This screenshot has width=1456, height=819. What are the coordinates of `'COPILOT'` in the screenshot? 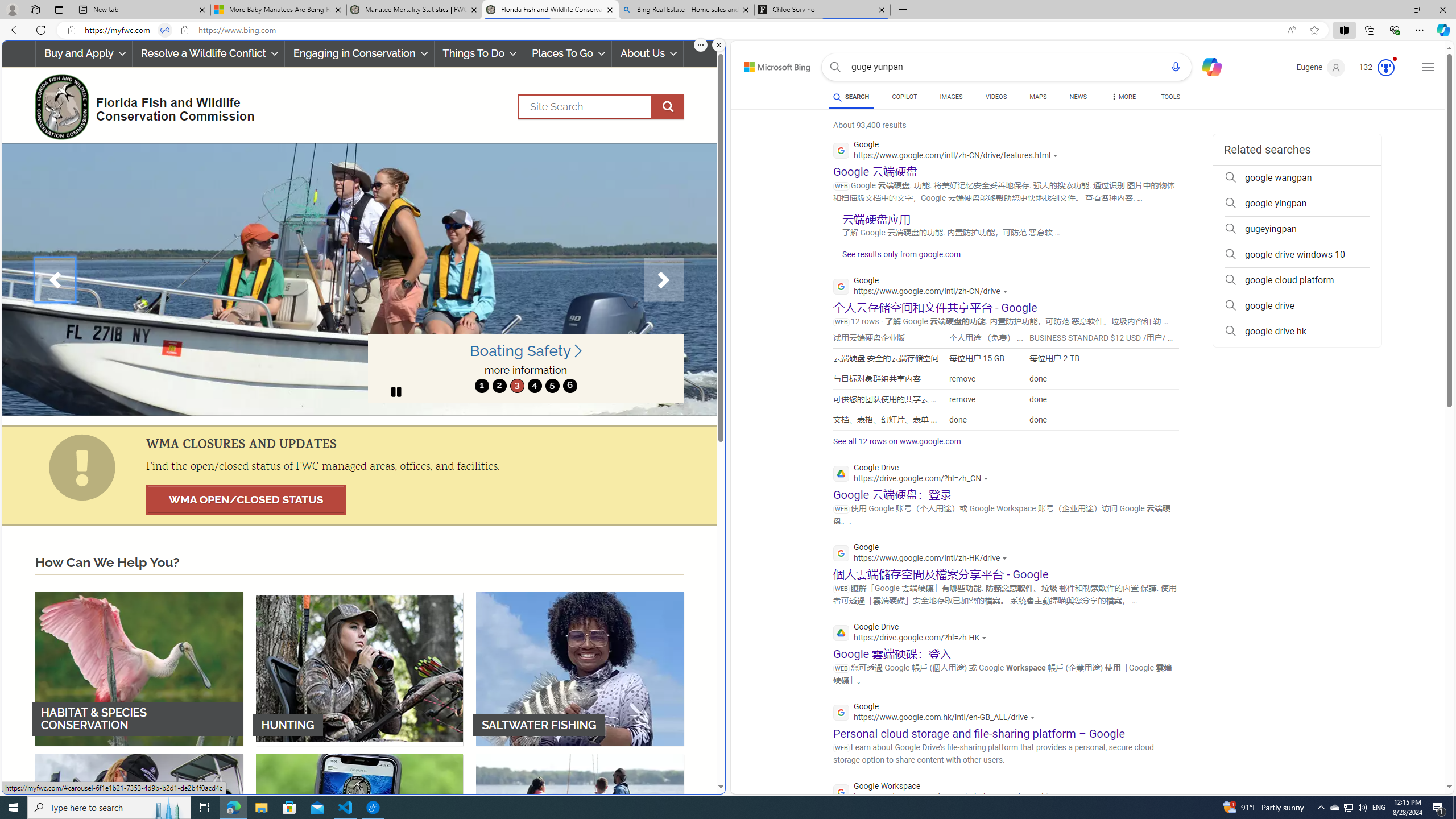 It's located at (904, 98).